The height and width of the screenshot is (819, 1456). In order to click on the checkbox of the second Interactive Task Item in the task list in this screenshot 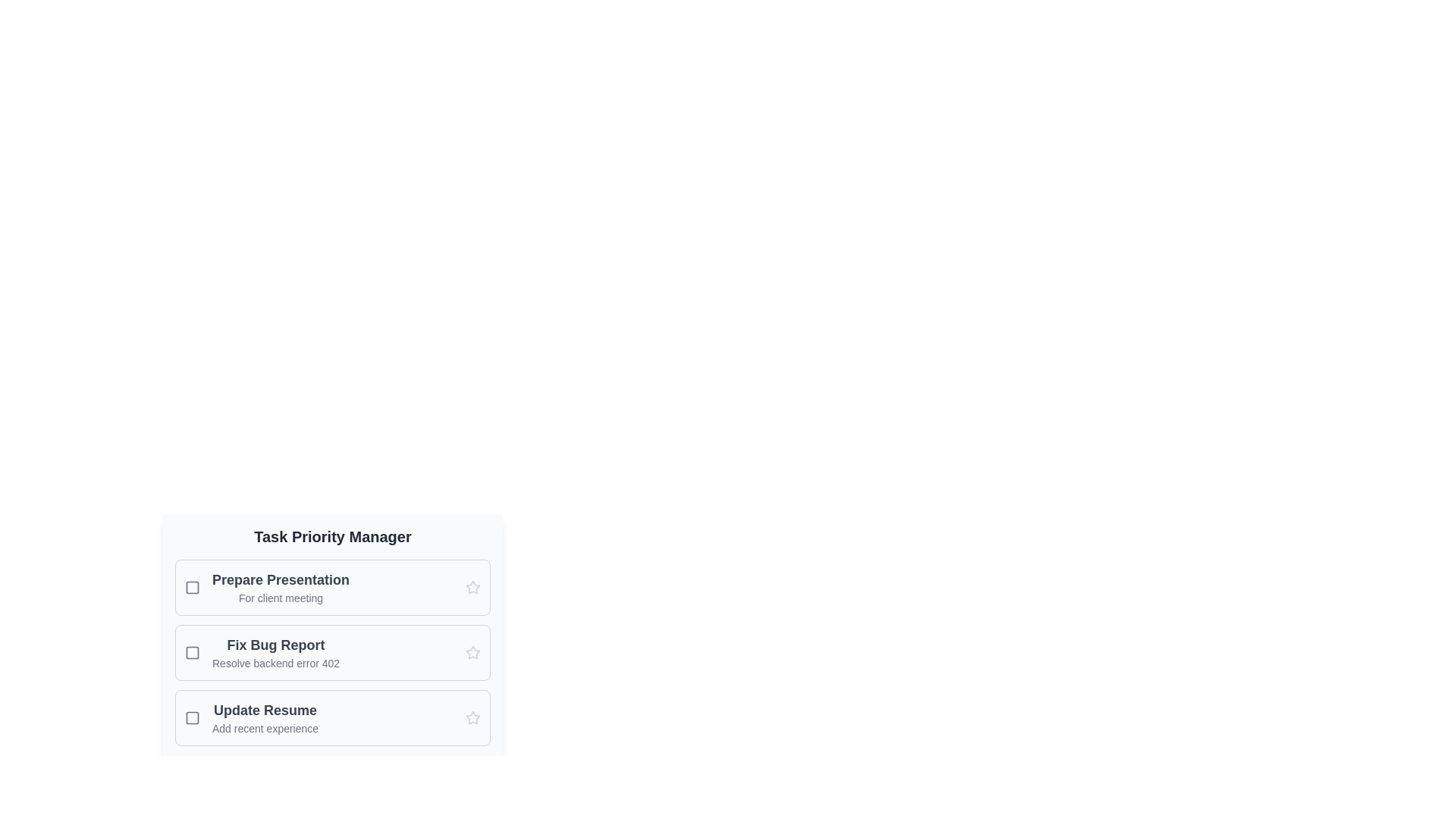, I will do `click(331, 626)`.